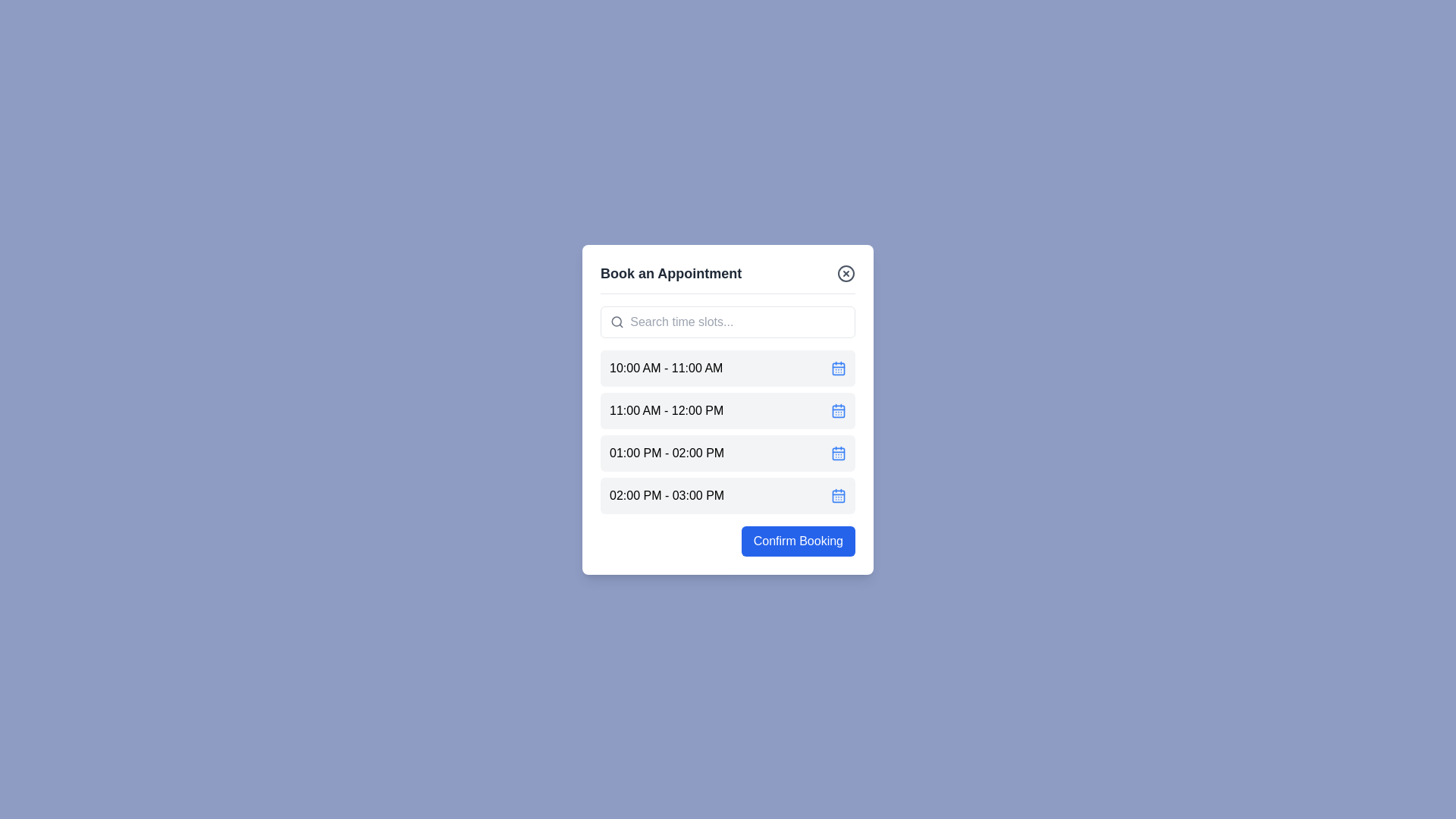 This screenshot has height=819, width=1456. What do you see at coordinates (667, 495) in the screenshot?
I see `the text of the time slot 02:00 PM - 03:00 PM to select it` at bounding box center [667, 495].